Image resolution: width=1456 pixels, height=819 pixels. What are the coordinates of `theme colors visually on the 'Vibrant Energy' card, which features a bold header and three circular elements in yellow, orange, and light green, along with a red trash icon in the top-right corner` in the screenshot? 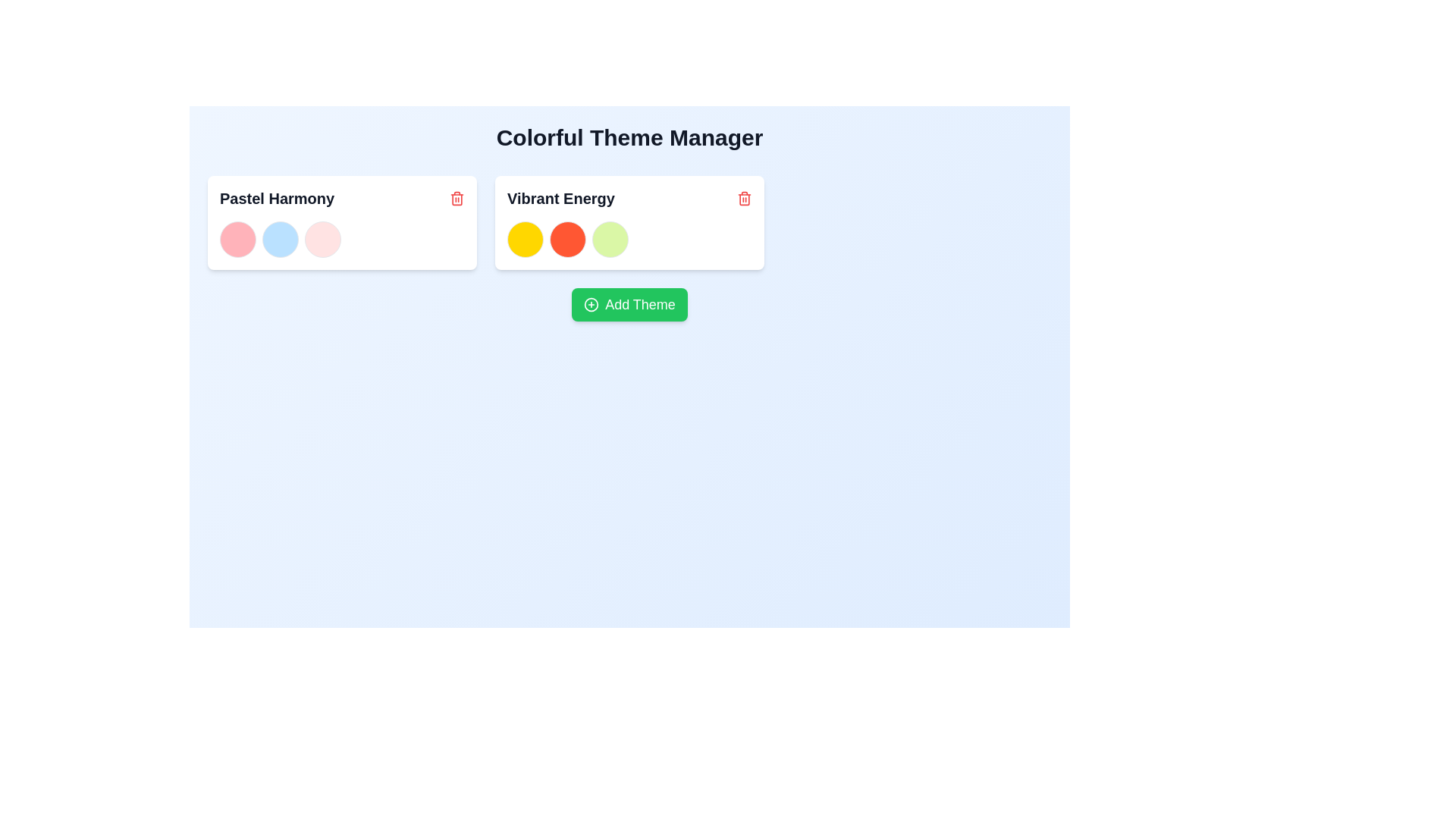 It's located at (629, 222).